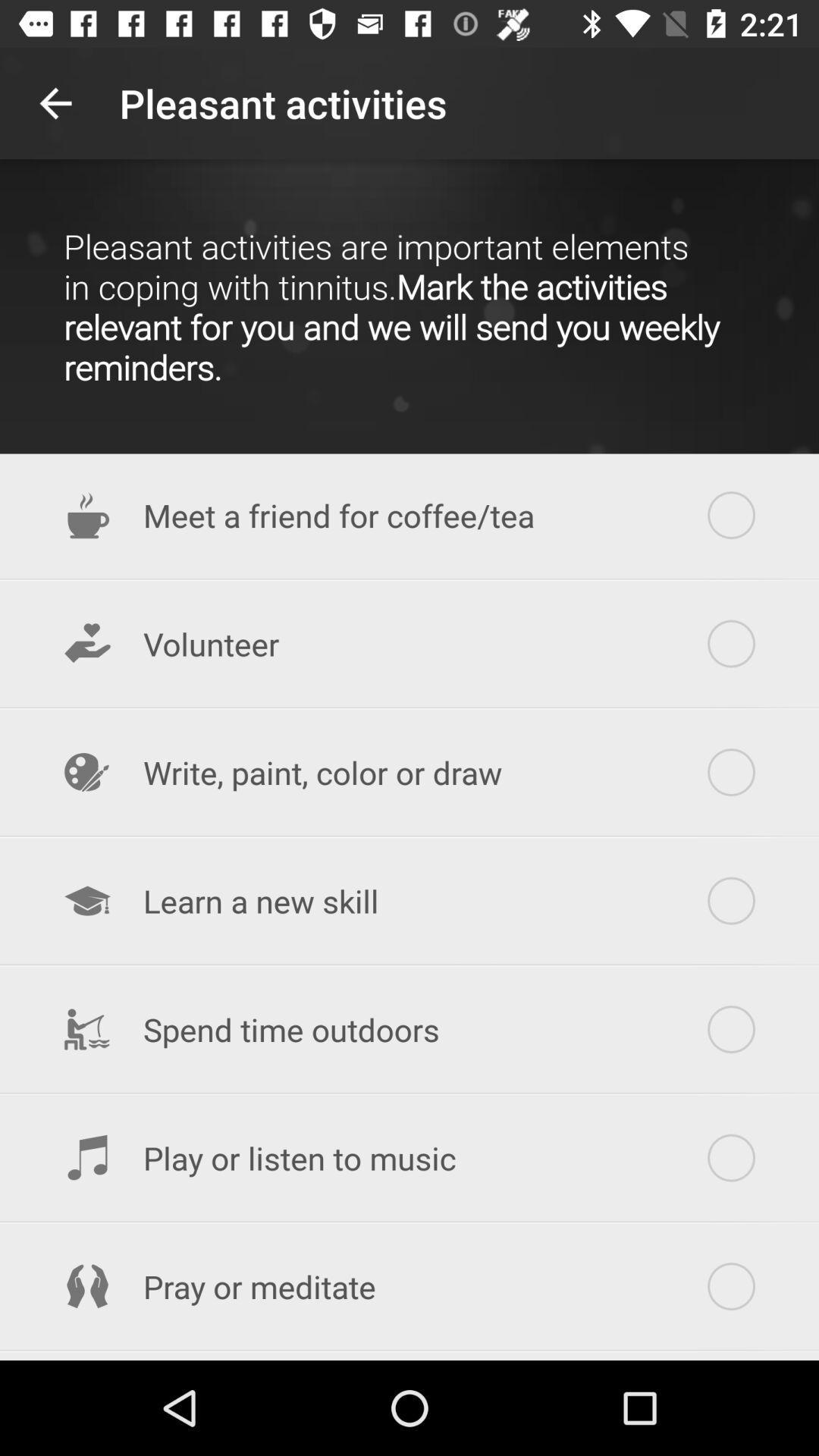 Image resolution: width=819 pixels, height=1456 pixels. I want to click on icon above the pleasant activities are, so click(55, 102).